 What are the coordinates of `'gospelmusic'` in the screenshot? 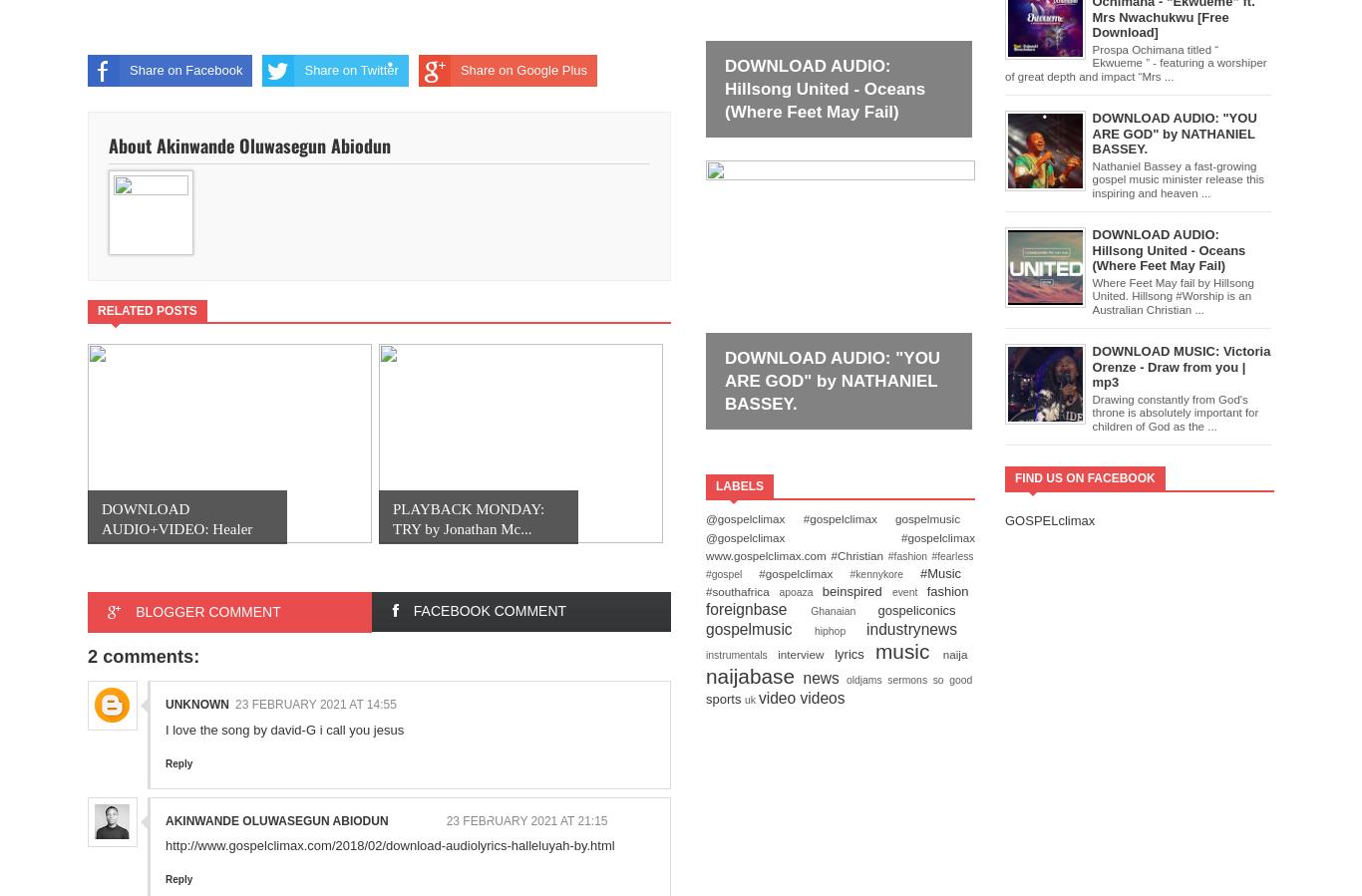 It's located at (759, 627).